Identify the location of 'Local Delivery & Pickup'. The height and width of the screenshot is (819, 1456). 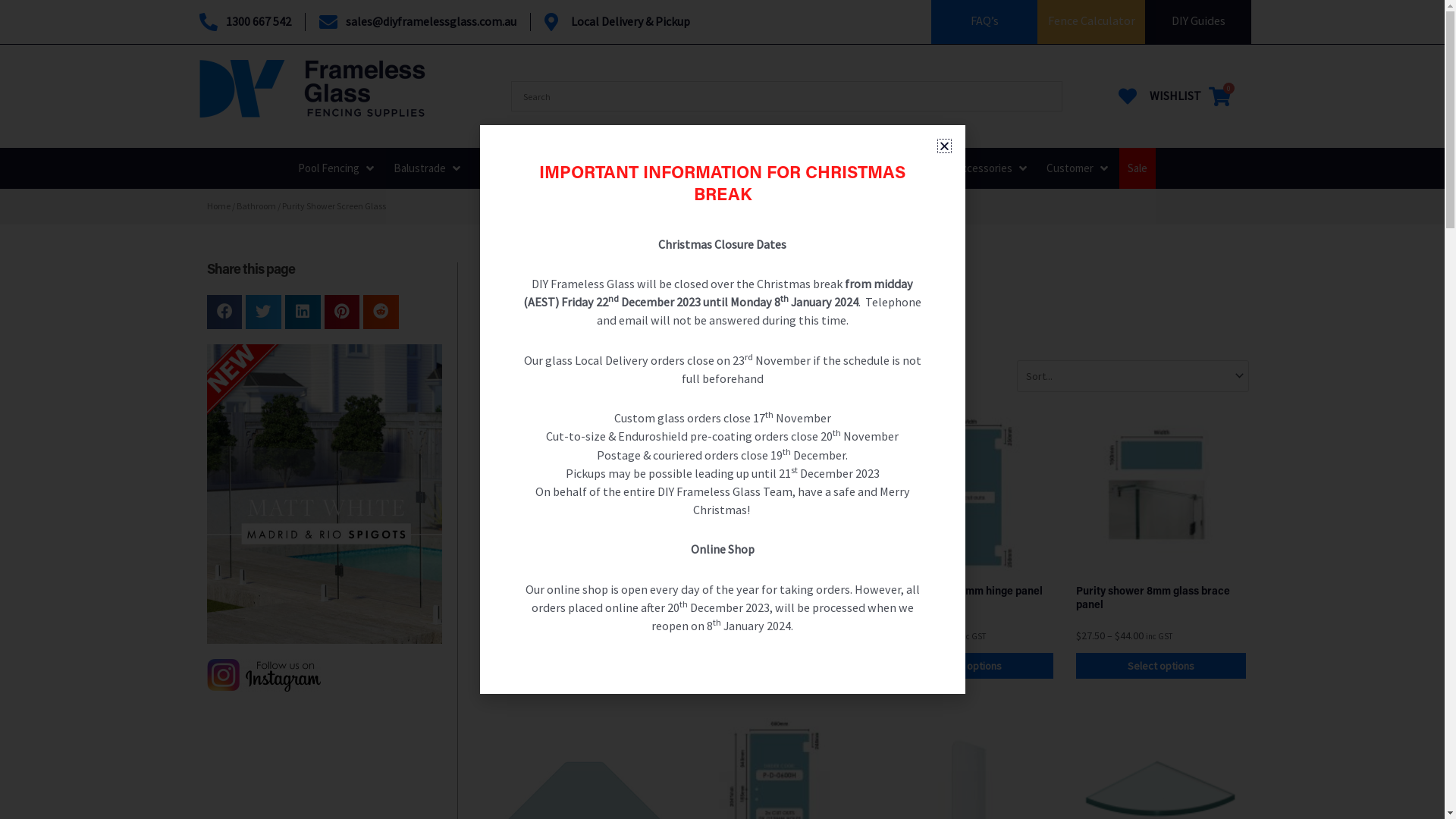
(617, 22).